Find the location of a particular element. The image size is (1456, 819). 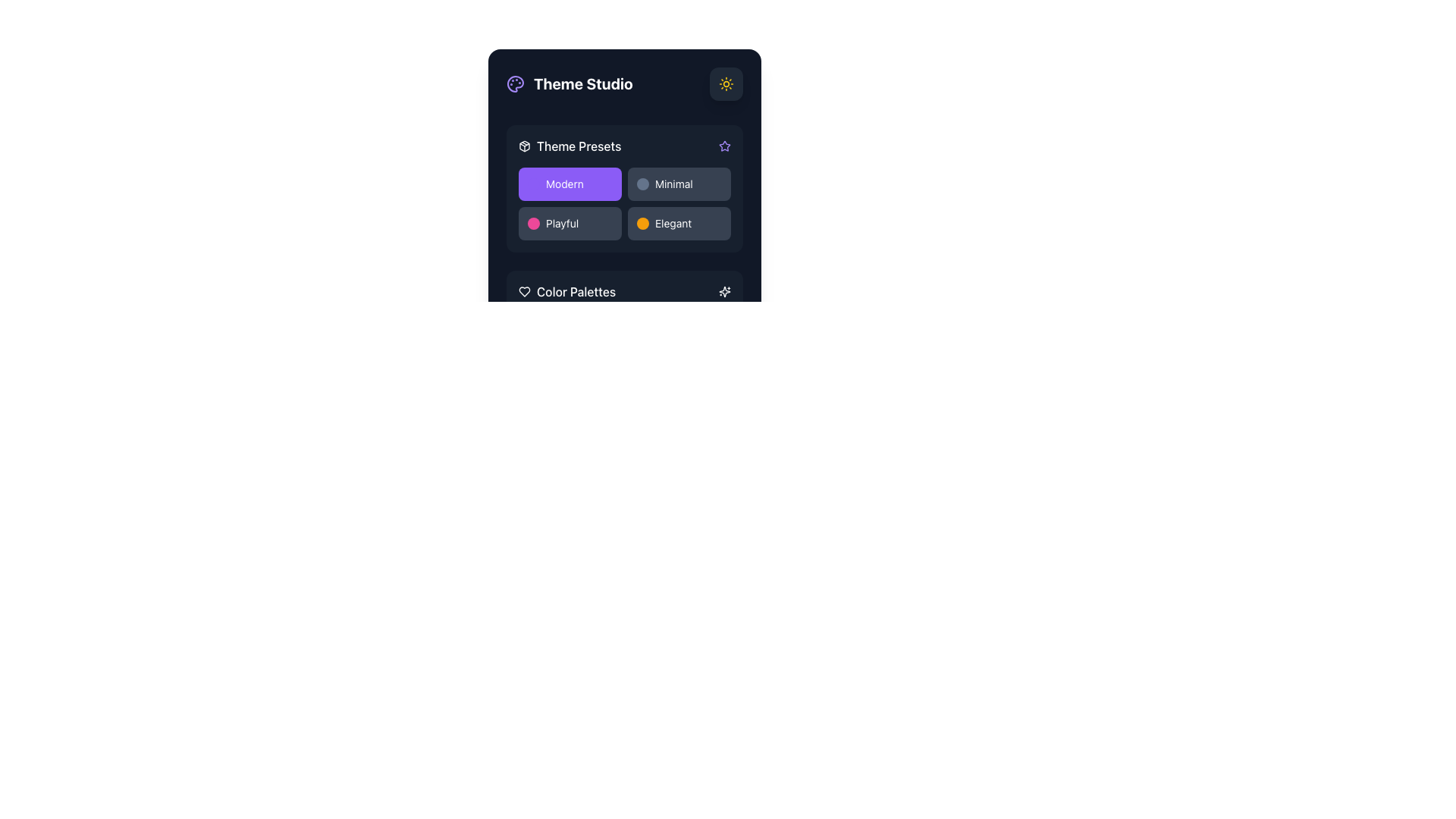

the heart-shaped icon filled with a dark color, located in the middle right section of the interface within a vertical stack of items is located at coordinates (524, 292).